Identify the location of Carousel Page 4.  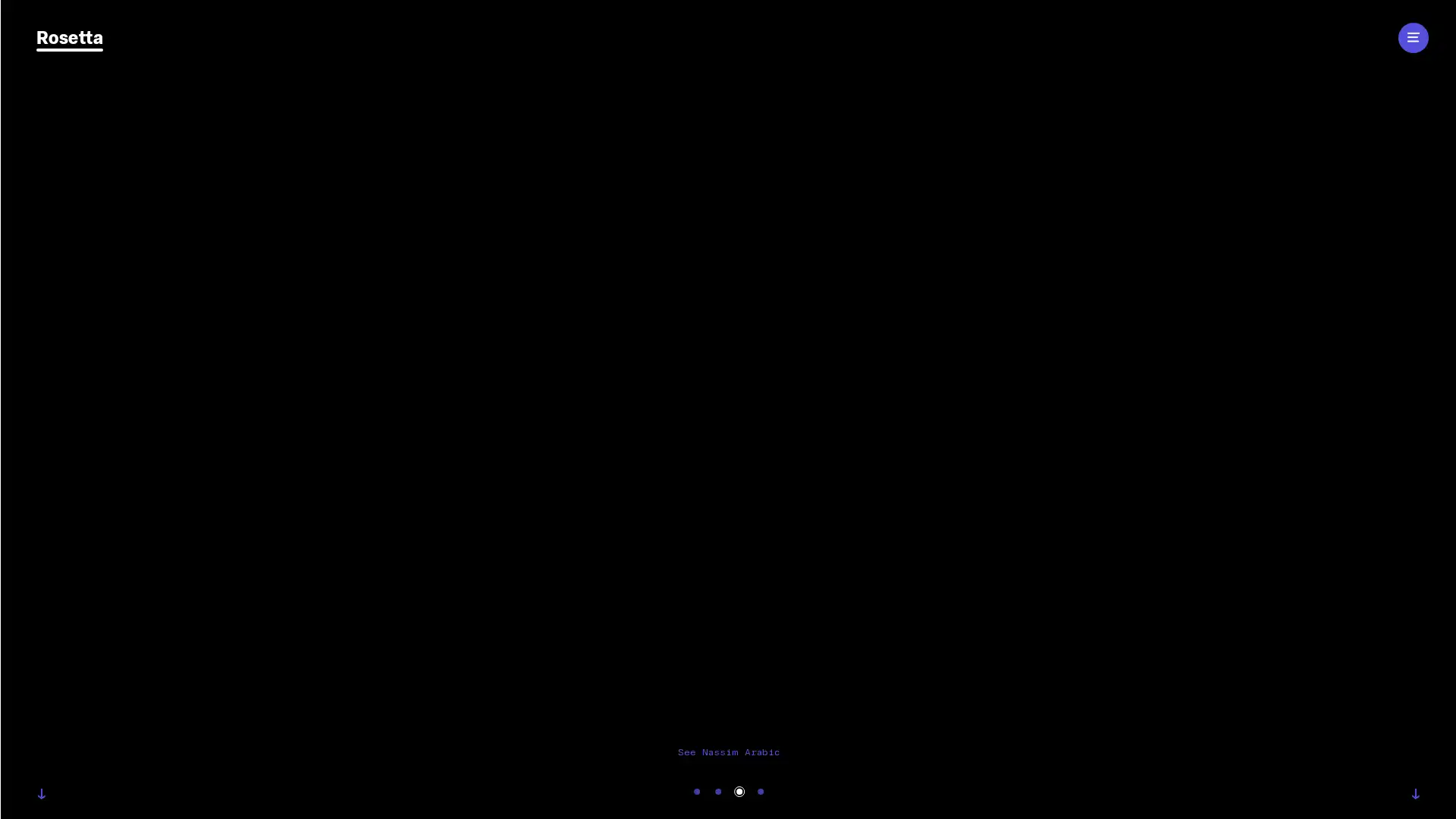
(761, 791).